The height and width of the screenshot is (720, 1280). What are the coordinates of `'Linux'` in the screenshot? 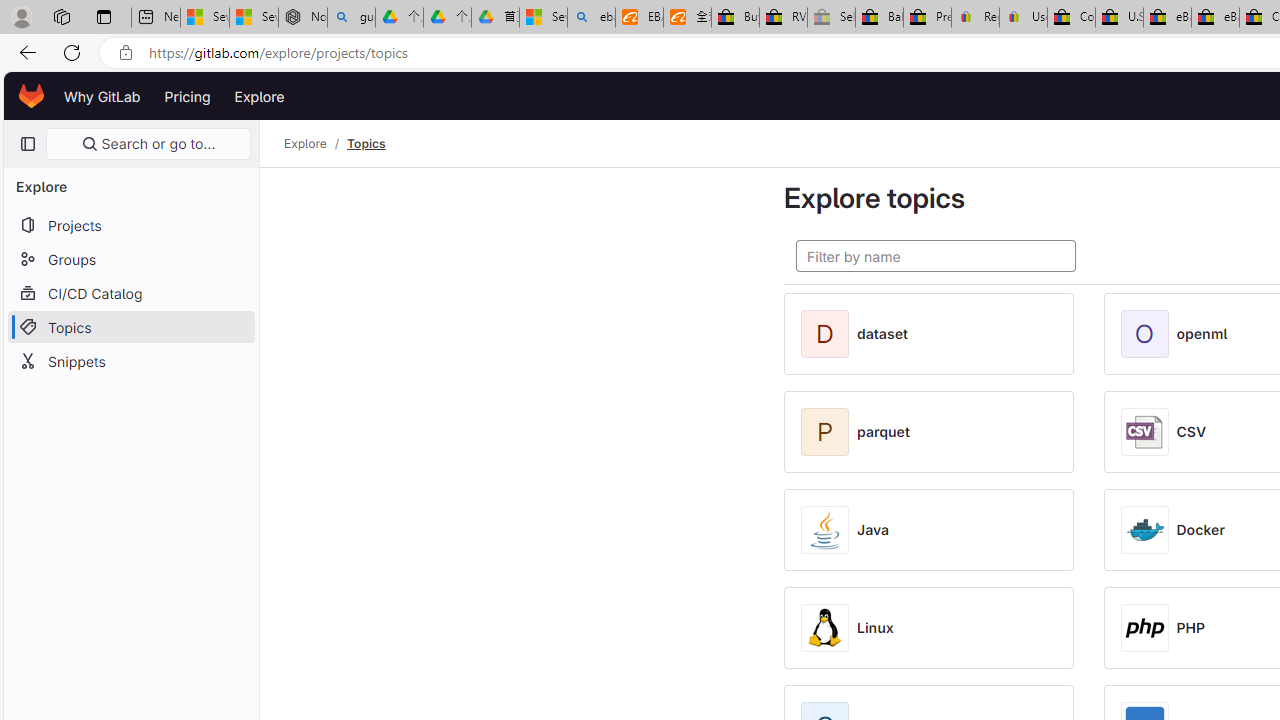 It's located at (875, 627).